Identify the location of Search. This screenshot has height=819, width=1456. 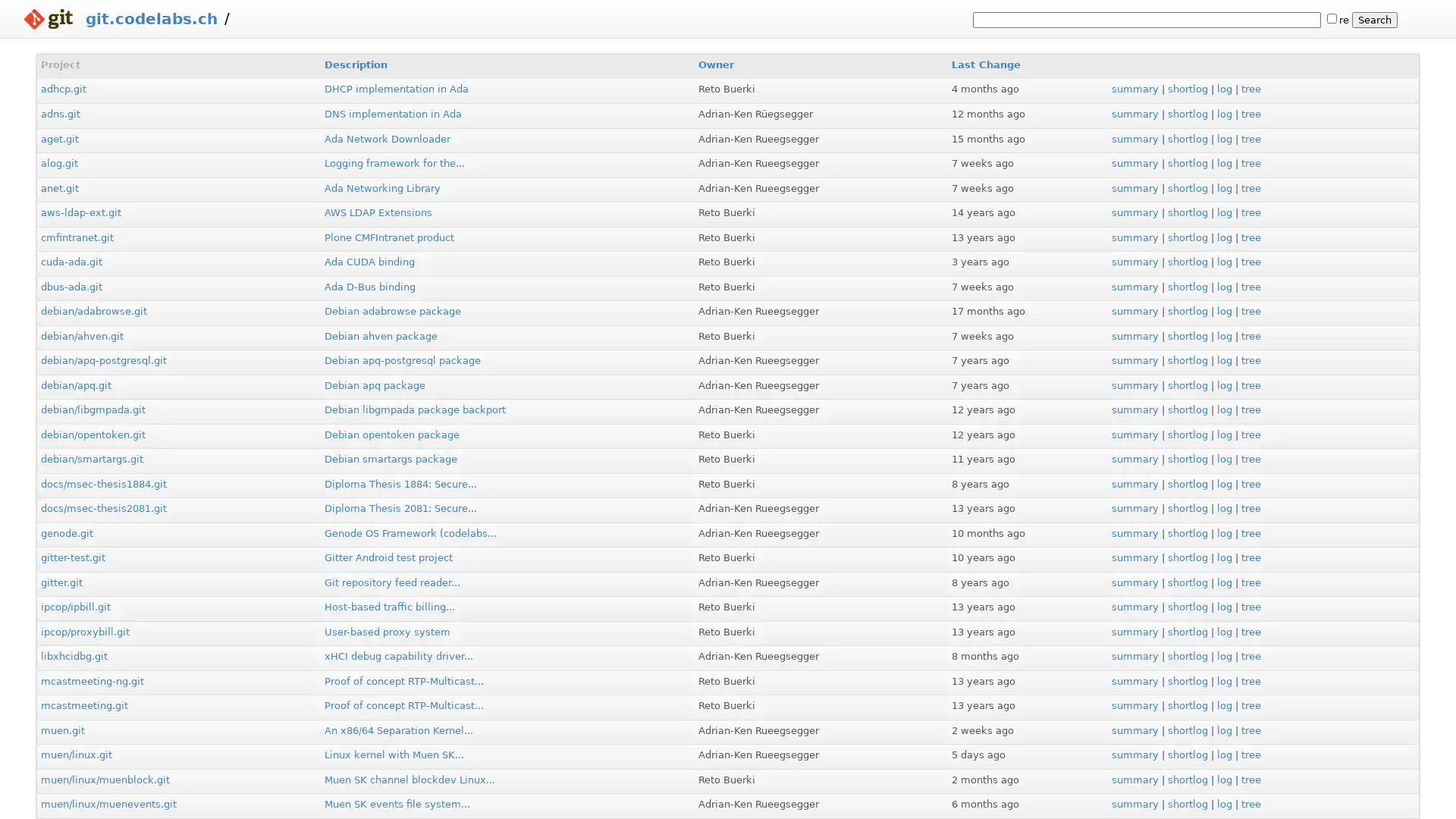
(1375, 20).